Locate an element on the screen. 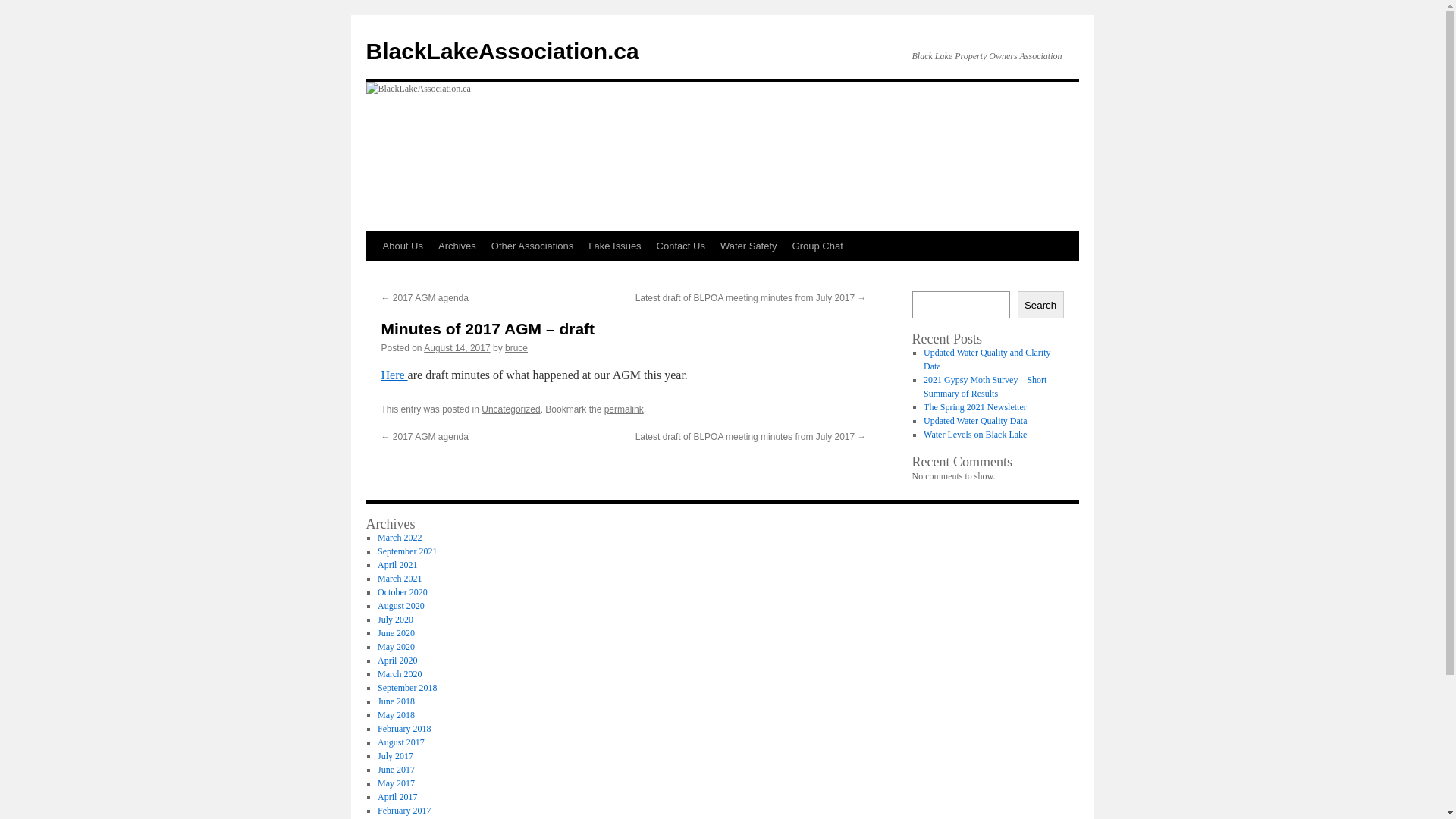 The image size is (1456, 819). 'About Us' is located at coordinates (402, 245).